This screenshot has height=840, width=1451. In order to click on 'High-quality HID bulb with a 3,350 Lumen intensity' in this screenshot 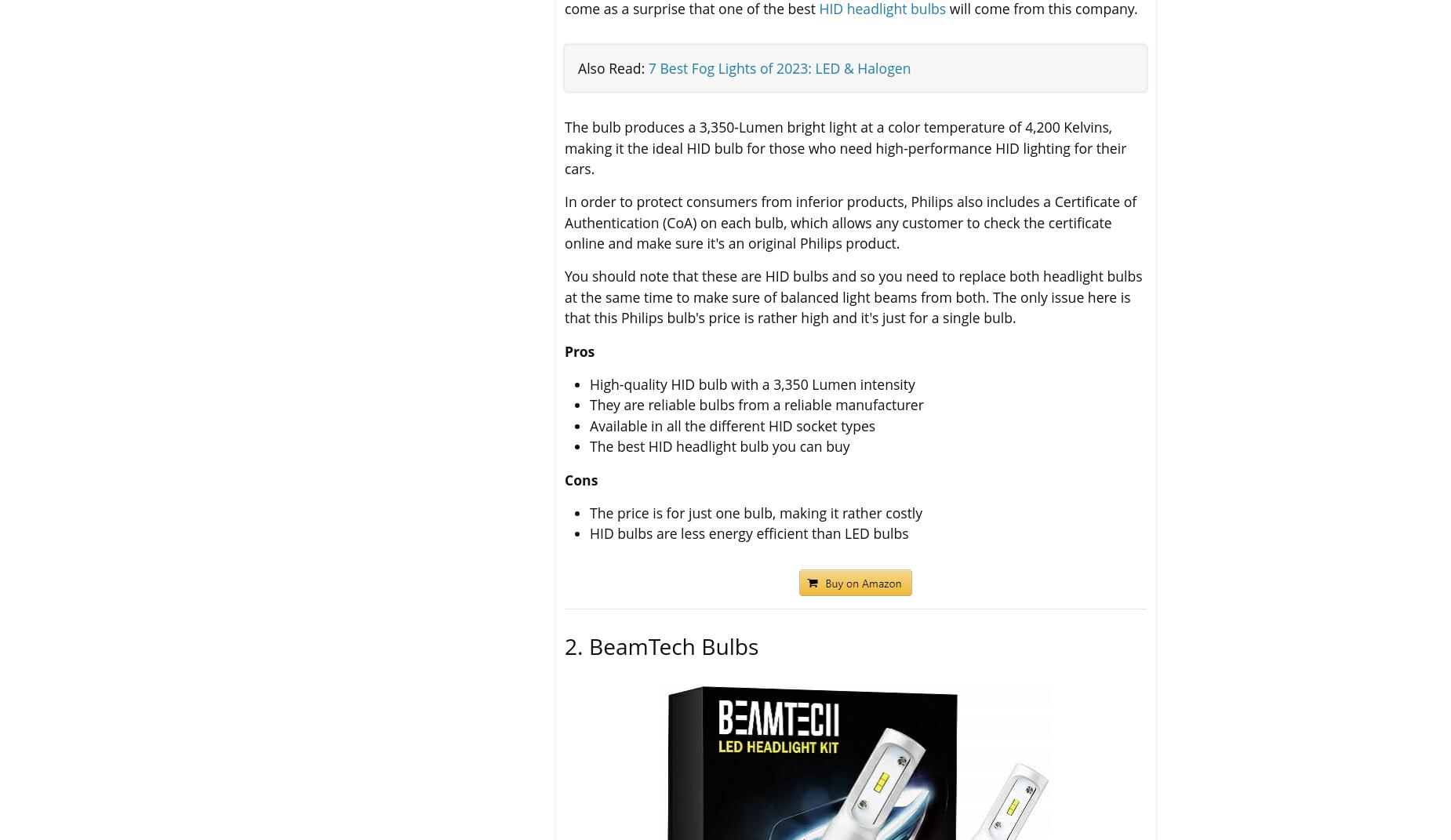, I will do `click(751, 383)`.